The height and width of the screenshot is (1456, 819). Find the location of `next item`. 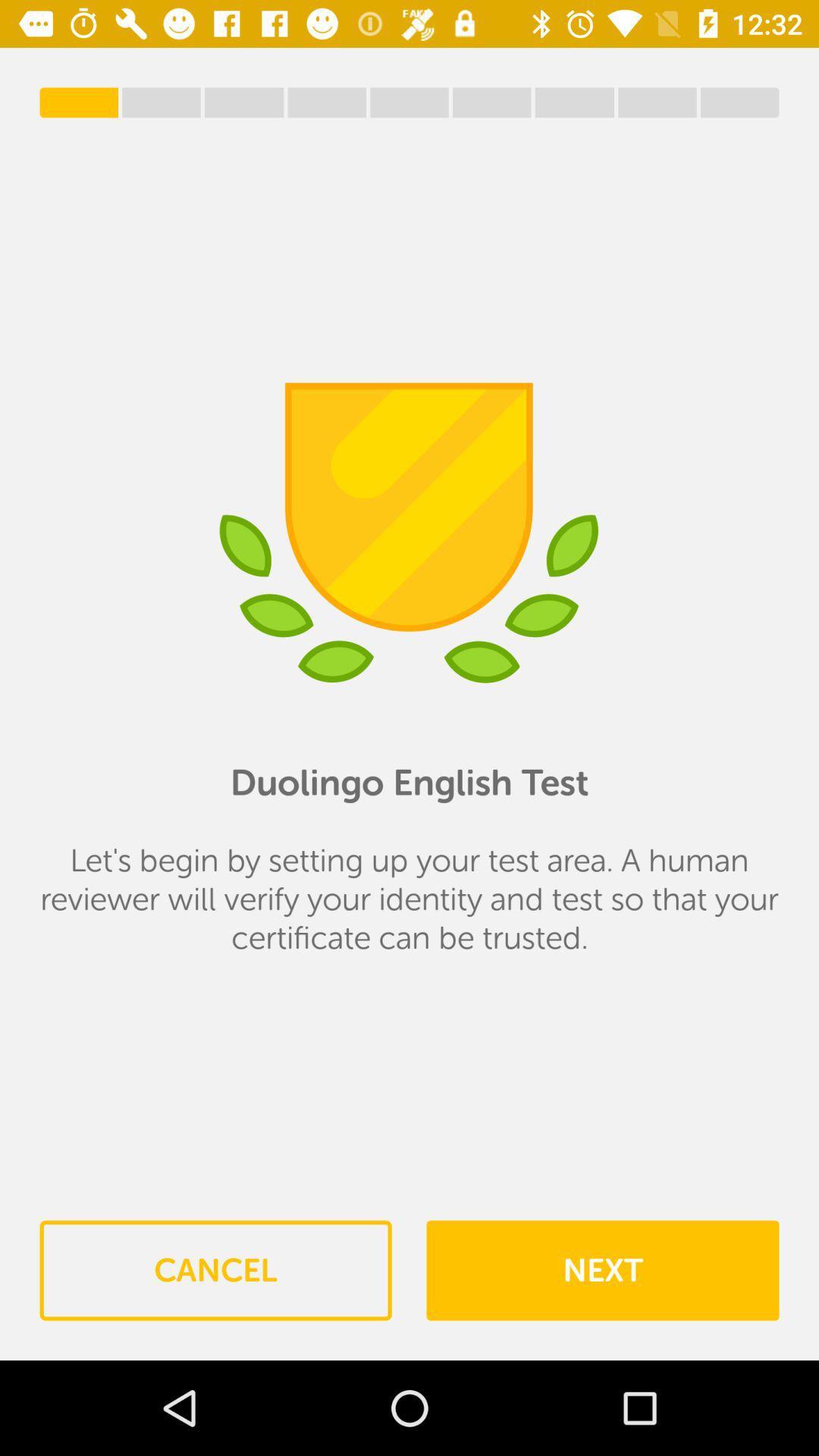

next item is located at coordinates (601, 1270).